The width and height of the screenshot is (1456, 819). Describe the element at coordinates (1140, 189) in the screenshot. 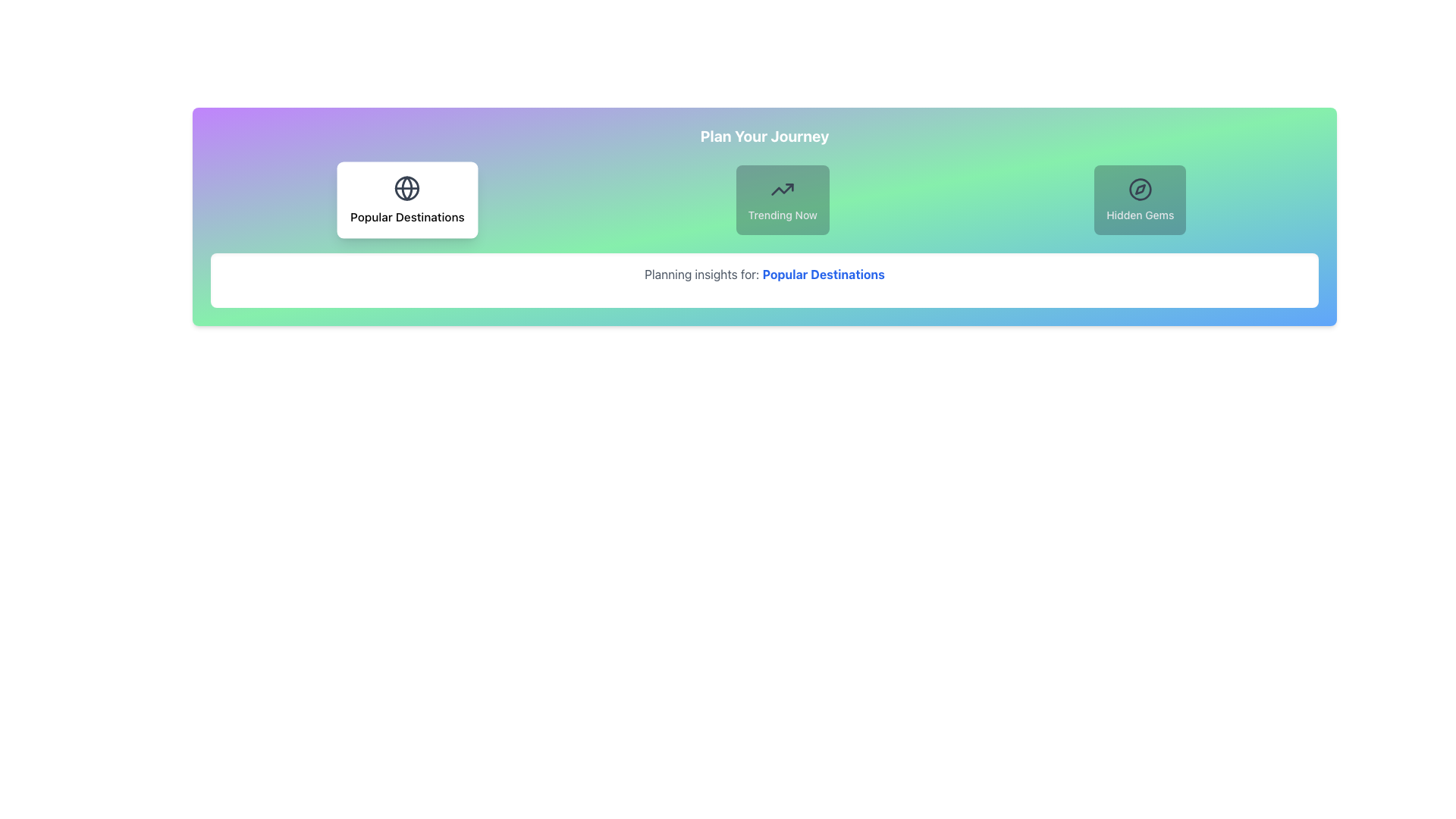

I see `the compass icon located in the 'Hidden Gems' section, which is the rightmost of three sections titled 'Popular Destinations', 'Trending Now', and 'Hidden Gems'` at that location.